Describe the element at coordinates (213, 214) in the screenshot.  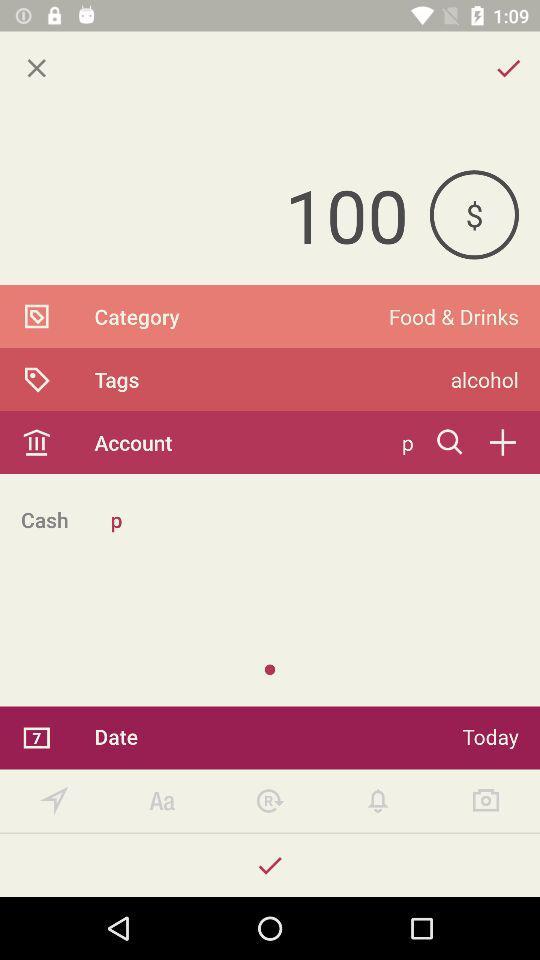
I see `the item to the left of $ icon` at that location.